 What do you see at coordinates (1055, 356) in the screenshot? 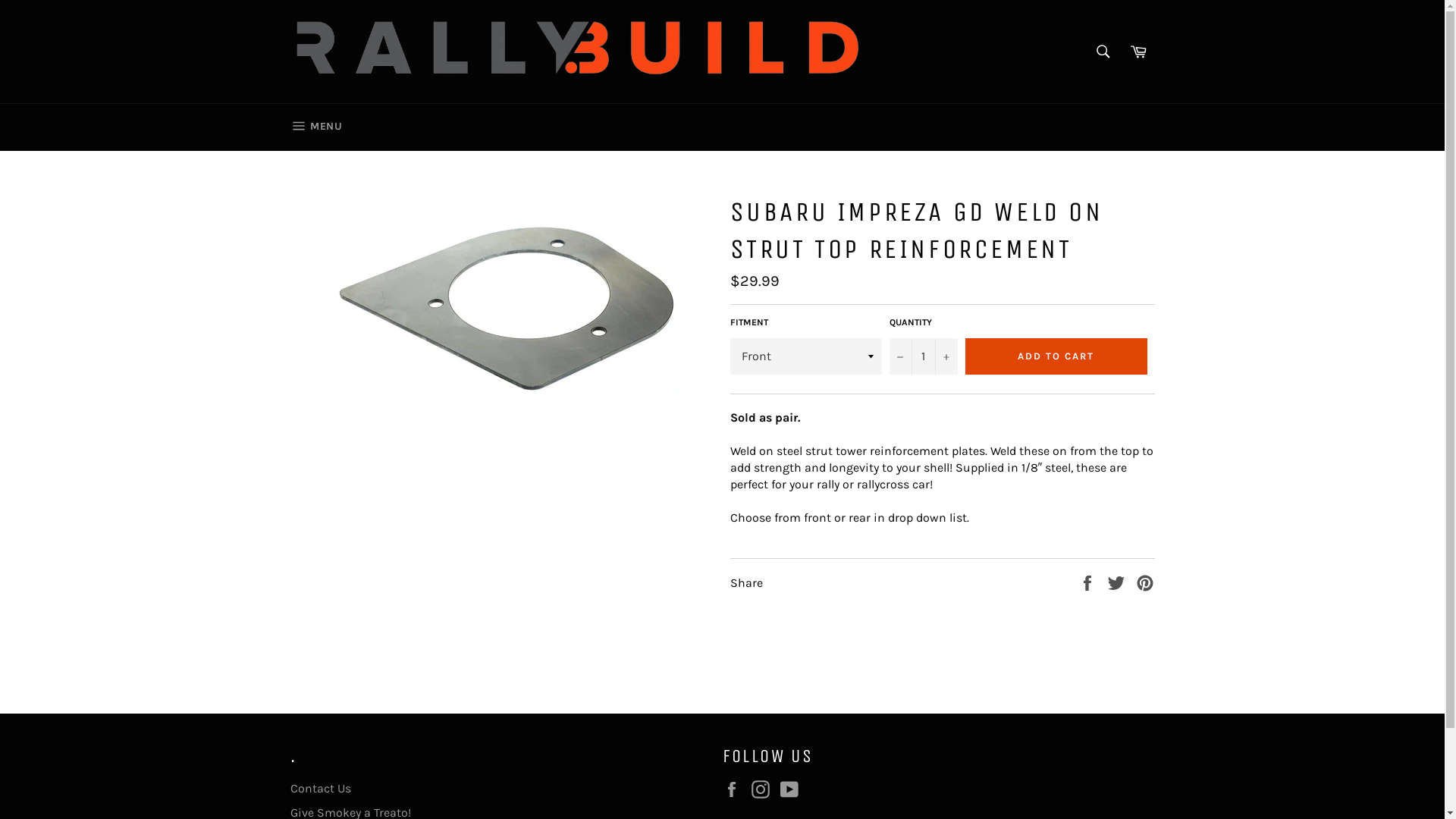
I see `'ADD TO CART'` at bounding box center [1055, 356].